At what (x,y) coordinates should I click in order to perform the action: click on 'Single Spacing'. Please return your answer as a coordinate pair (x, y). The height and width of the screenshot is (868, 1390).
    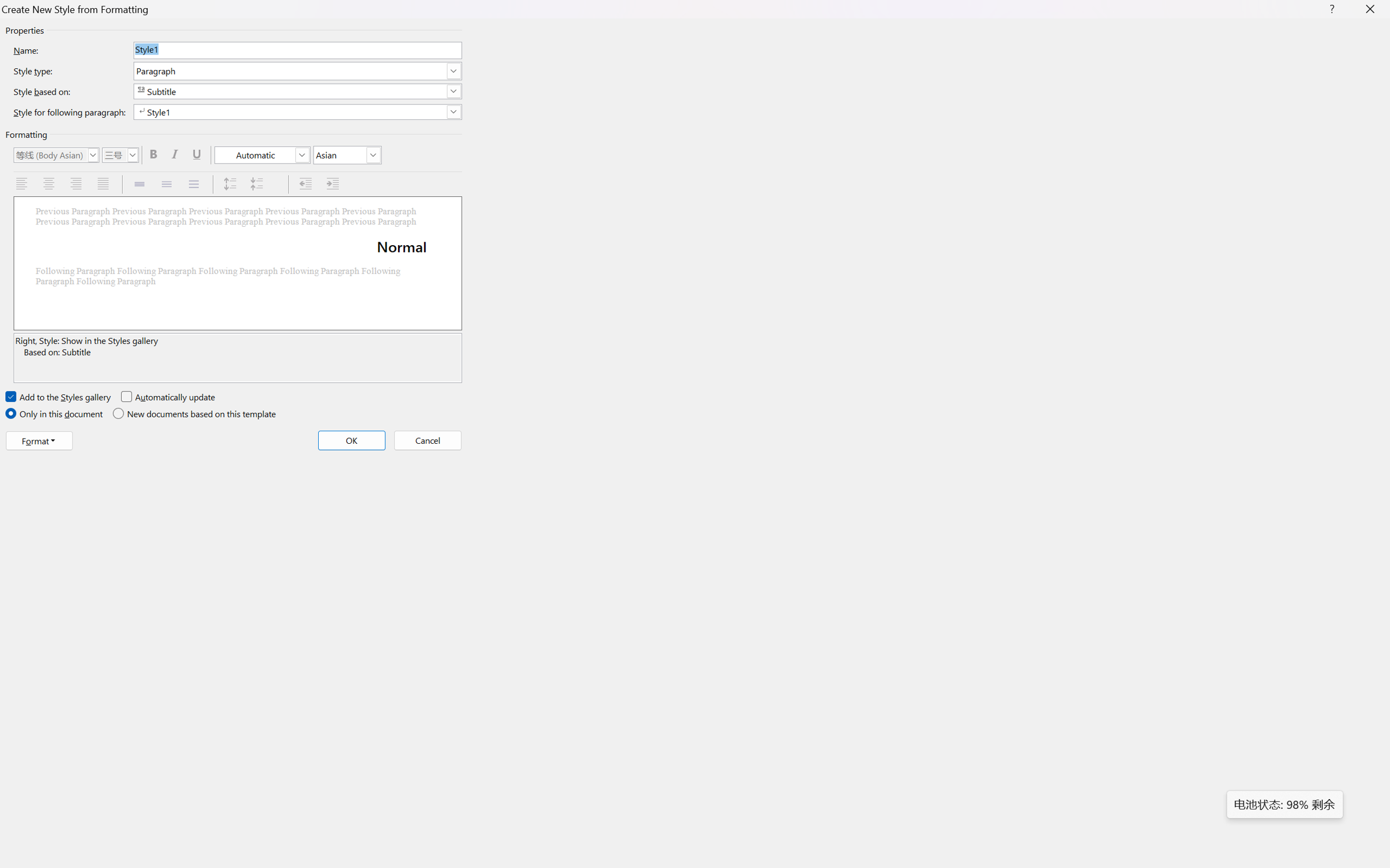
    Looking at the image, I should click on (141, 184).